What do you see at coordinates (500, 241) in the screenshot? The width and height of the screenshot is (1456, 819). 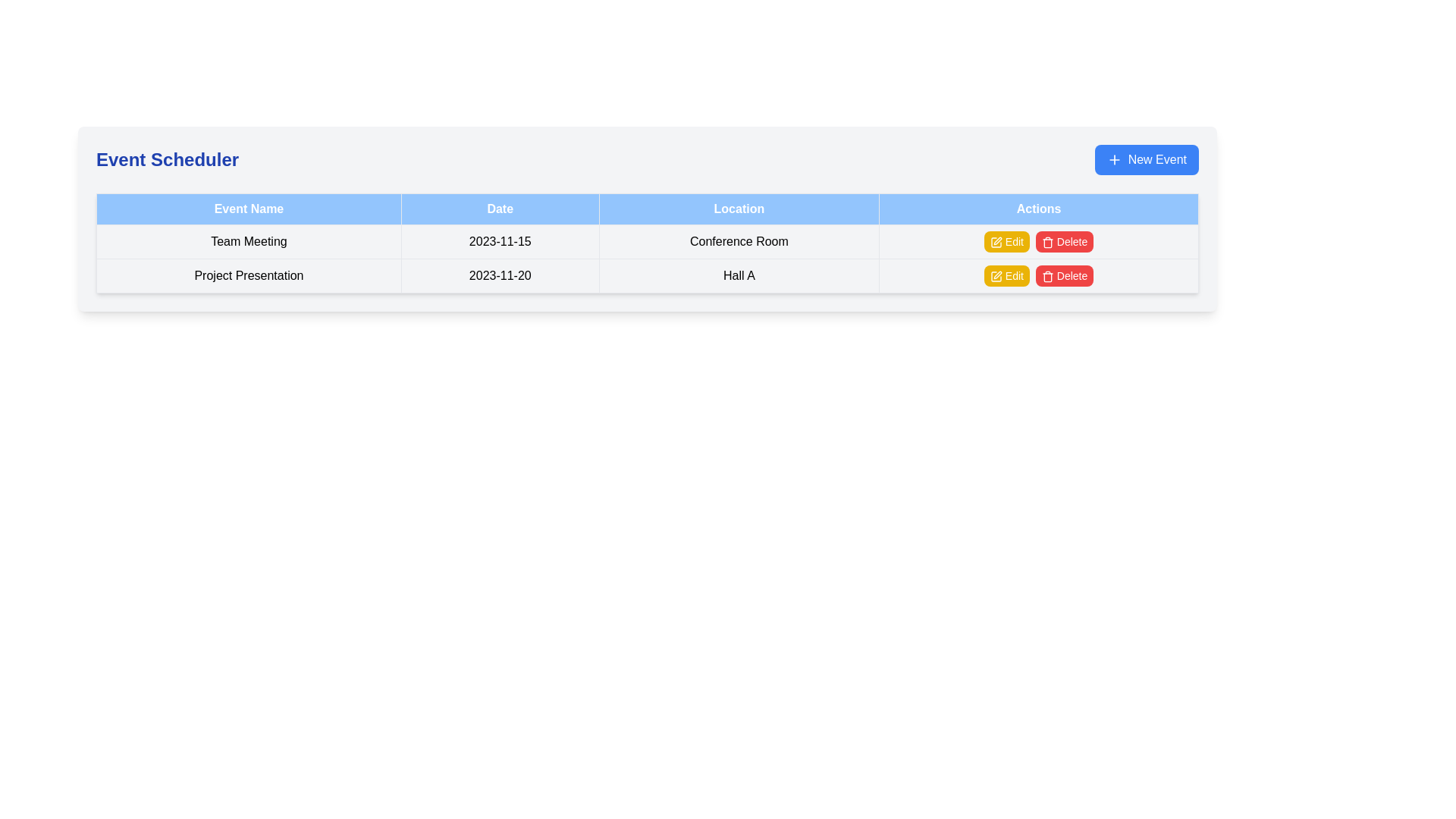 I see `the text '2023-11-15' located in the second column of the first row under the 'Date' header in the table` at bounding box center [500, 241].